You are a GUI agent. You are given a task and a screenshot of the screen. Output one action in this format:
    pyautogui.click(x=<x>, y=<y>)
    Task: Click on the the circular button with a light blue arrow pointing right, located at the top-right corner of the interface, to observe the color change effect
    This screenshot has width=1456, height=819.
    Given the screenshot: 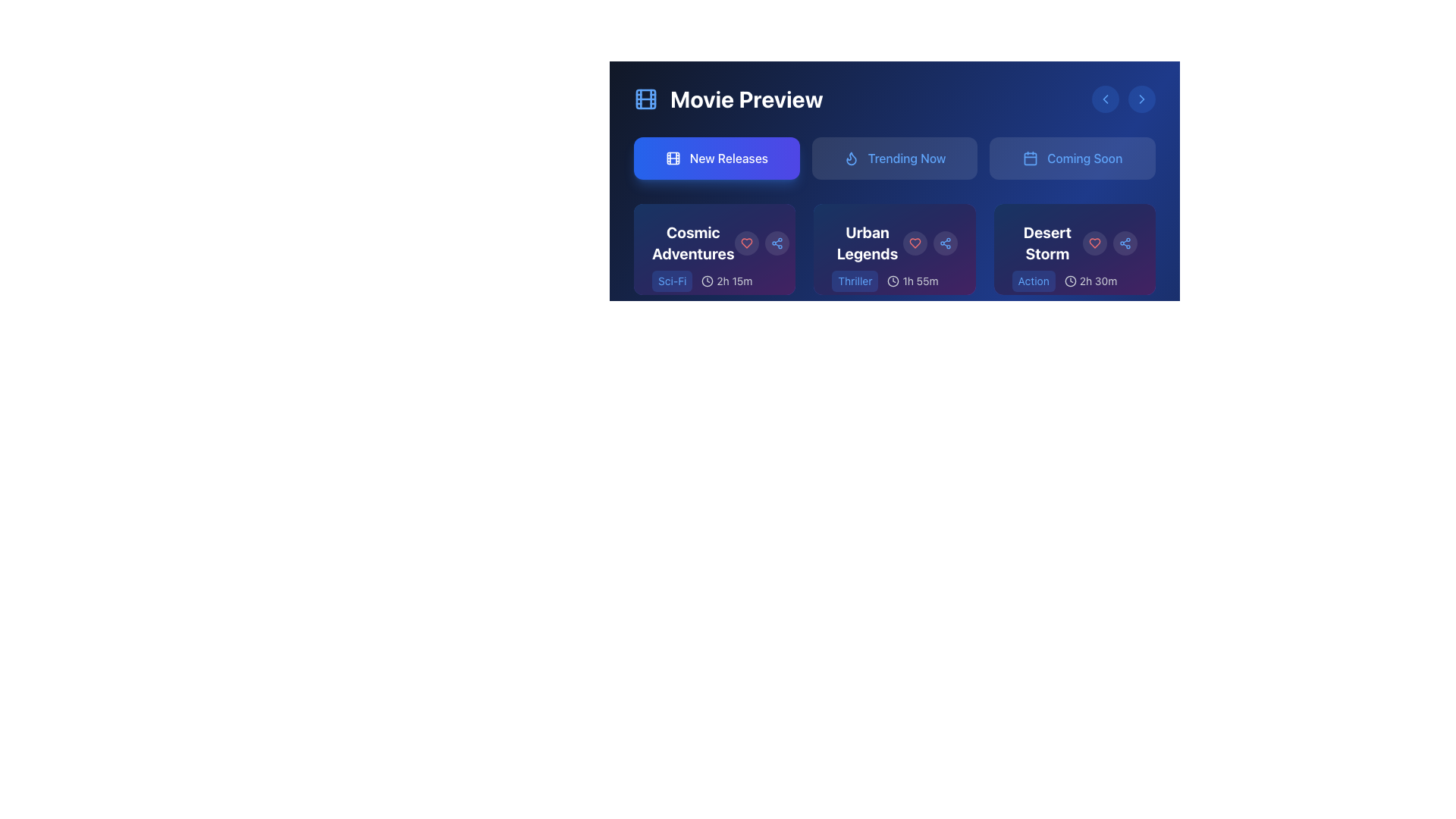 What is the action you would take?
    pyautogui.click(x=1142, y=99)
    